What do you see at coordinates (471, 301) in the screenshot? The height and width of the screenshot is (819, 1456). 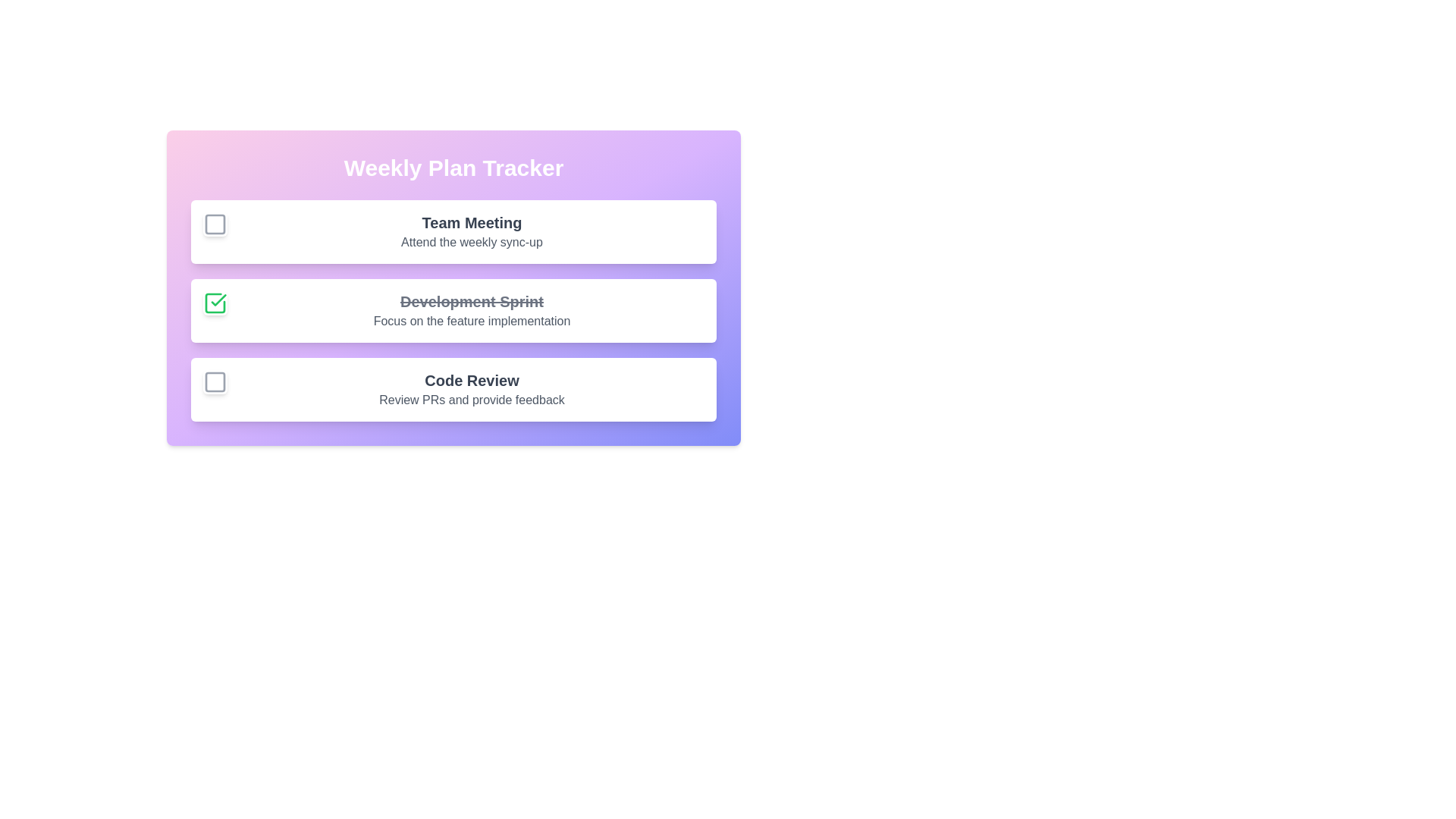 I see `the plan titled Development Sprint to read its description` at bounding box center [471, 301].